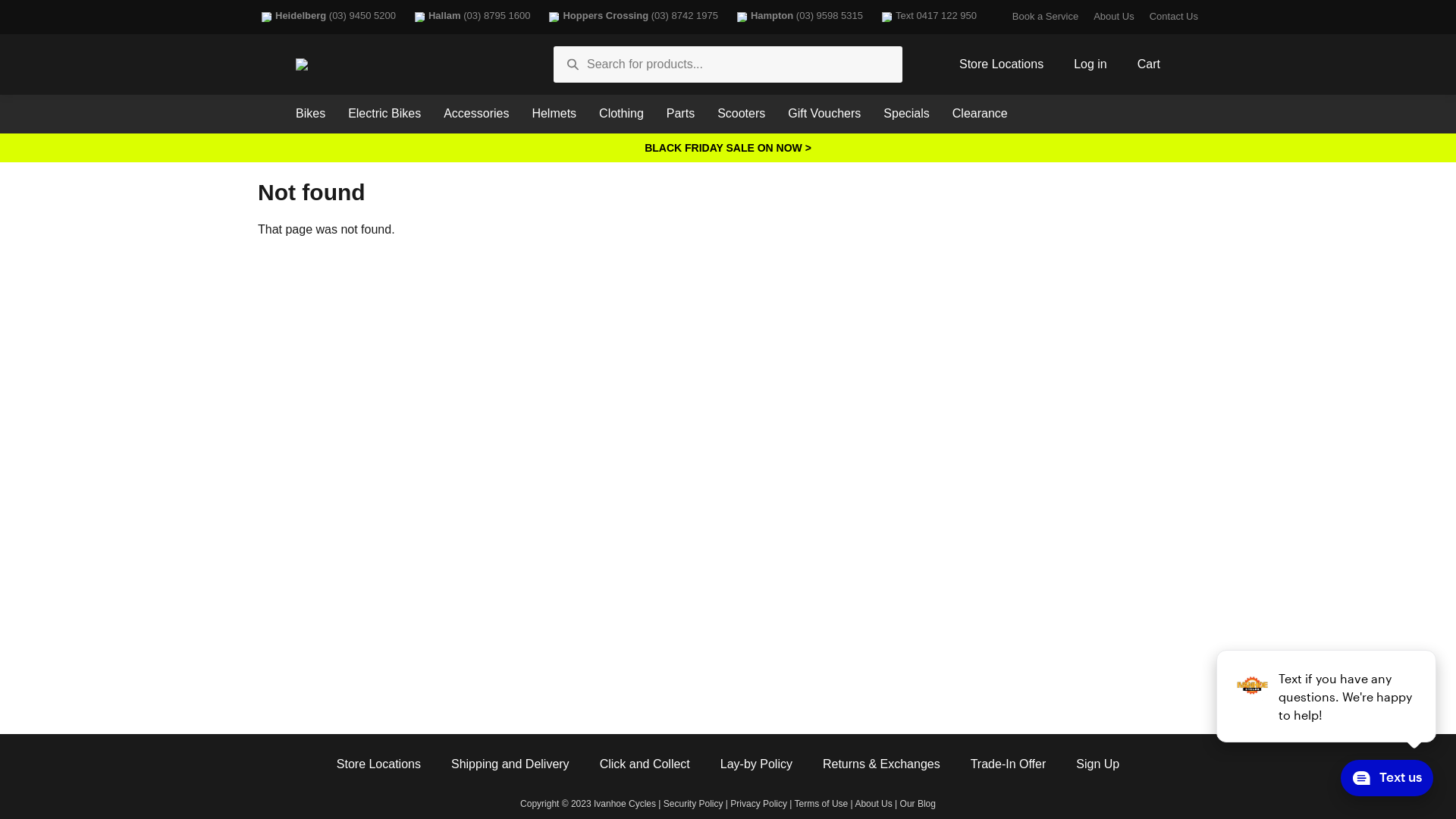 The image size is (1456, 819). I want to click on 'Heidelberg (03) 9450 5200', so click(258, 17).